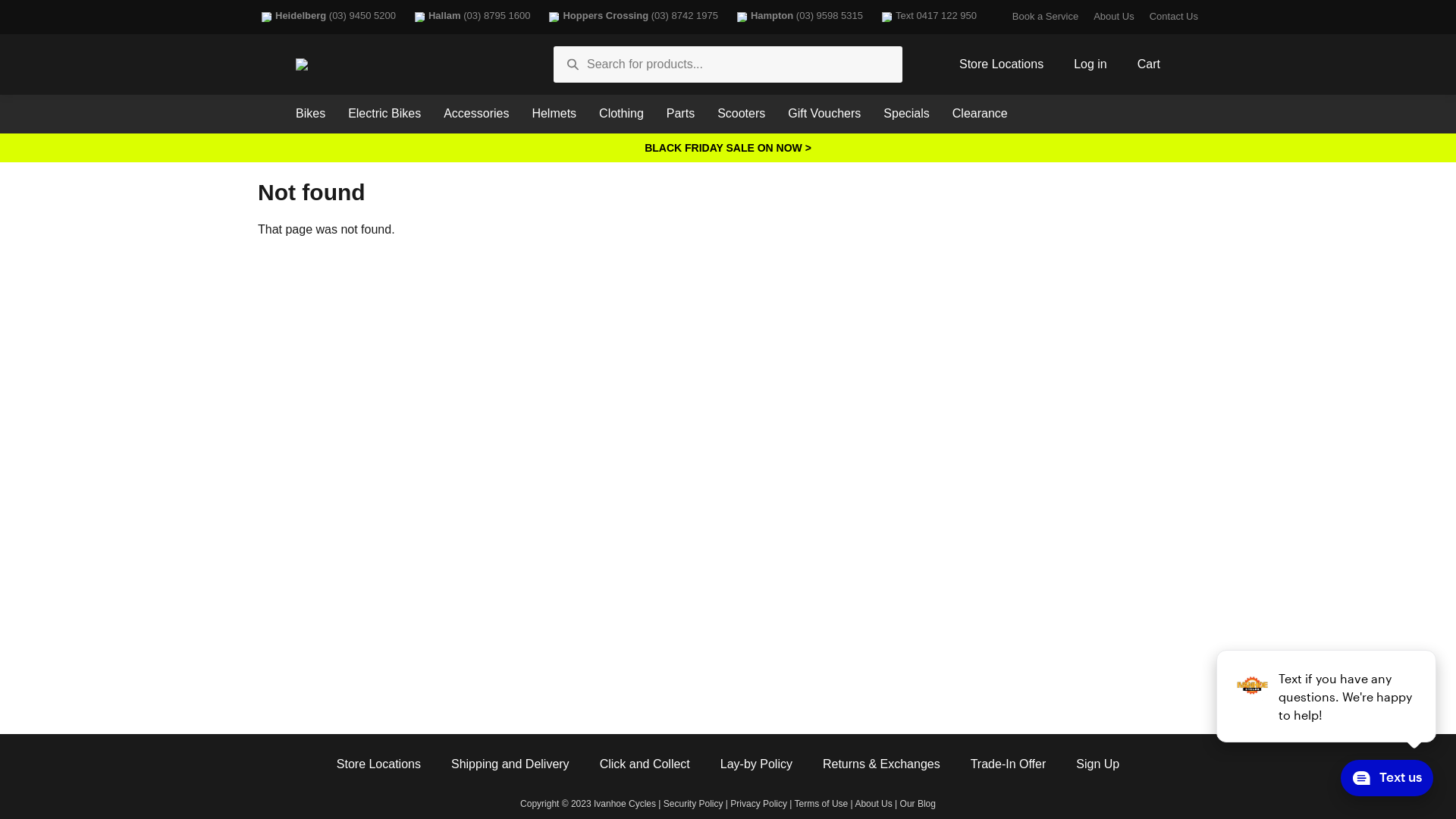 The image size is (1456, 819). I want to click on 'Heidelberg (03) 9450 5200', so click(258, 17).